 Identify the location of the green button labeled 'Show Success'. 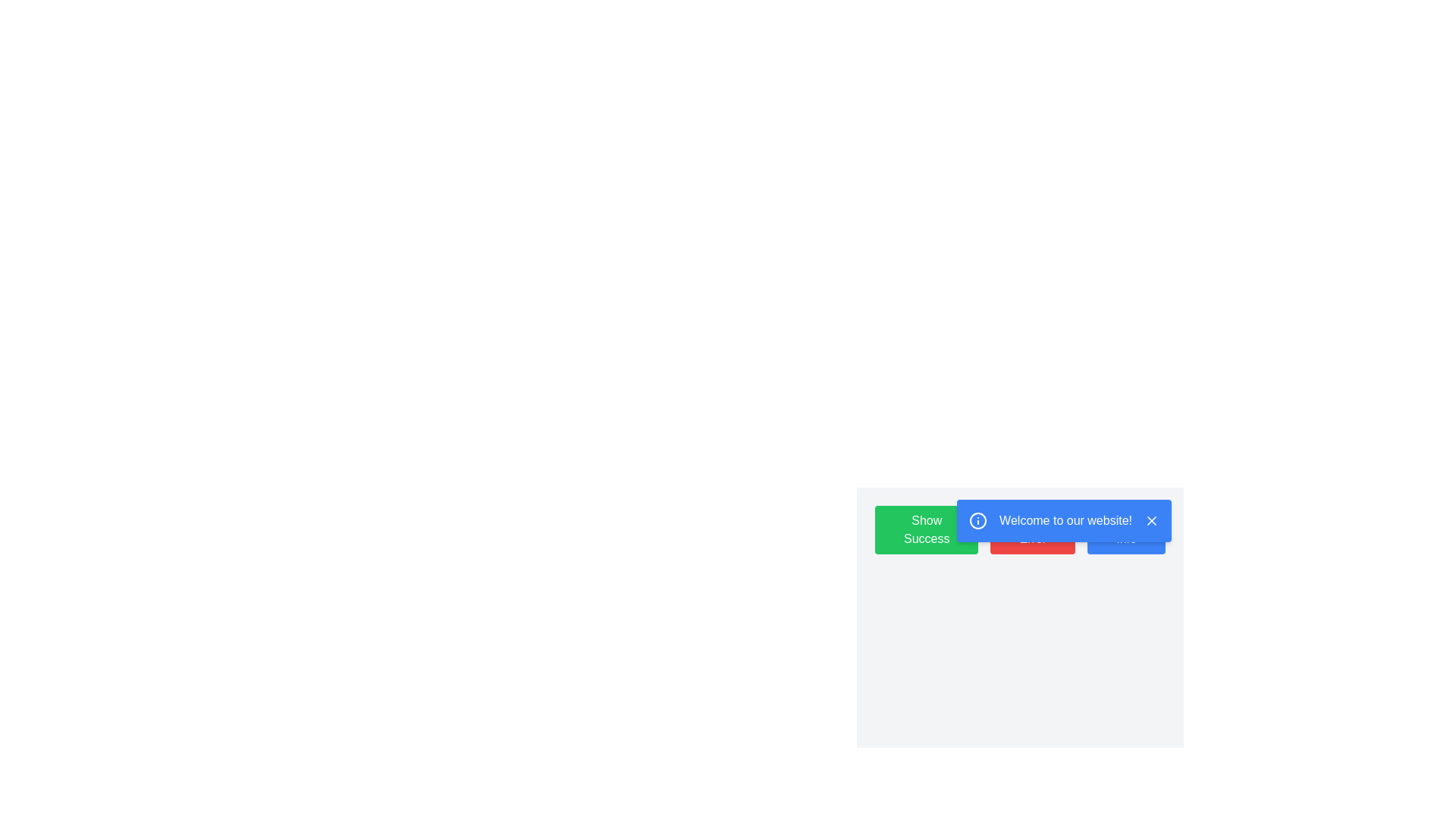
(926, 529).